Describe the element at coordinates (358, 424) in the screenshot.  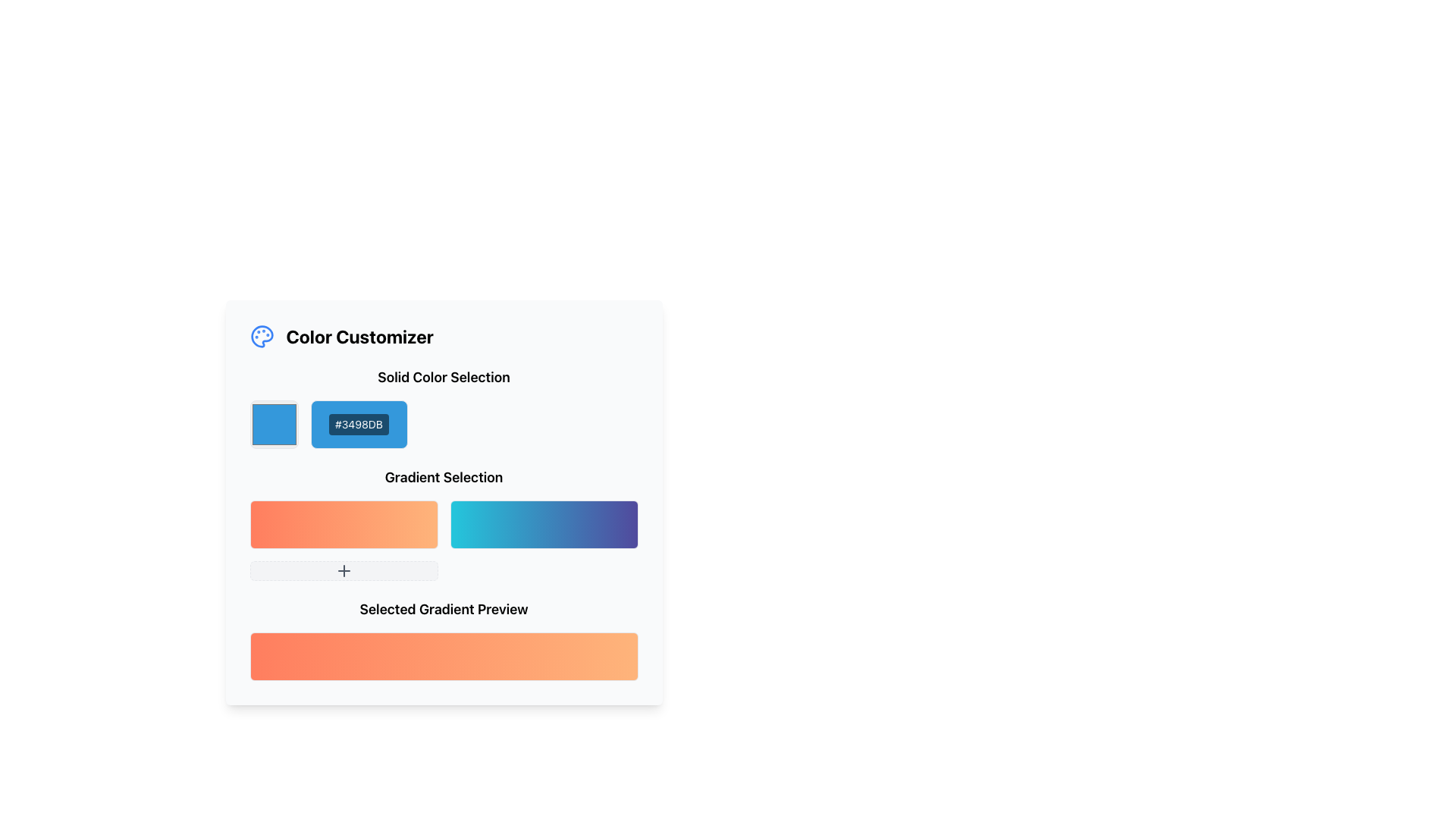
I see `the Text Label that displays the hexadecimal code of the selected solid color, located within the blue rectangular block in the 'Solid Color Selection' section` at that location.